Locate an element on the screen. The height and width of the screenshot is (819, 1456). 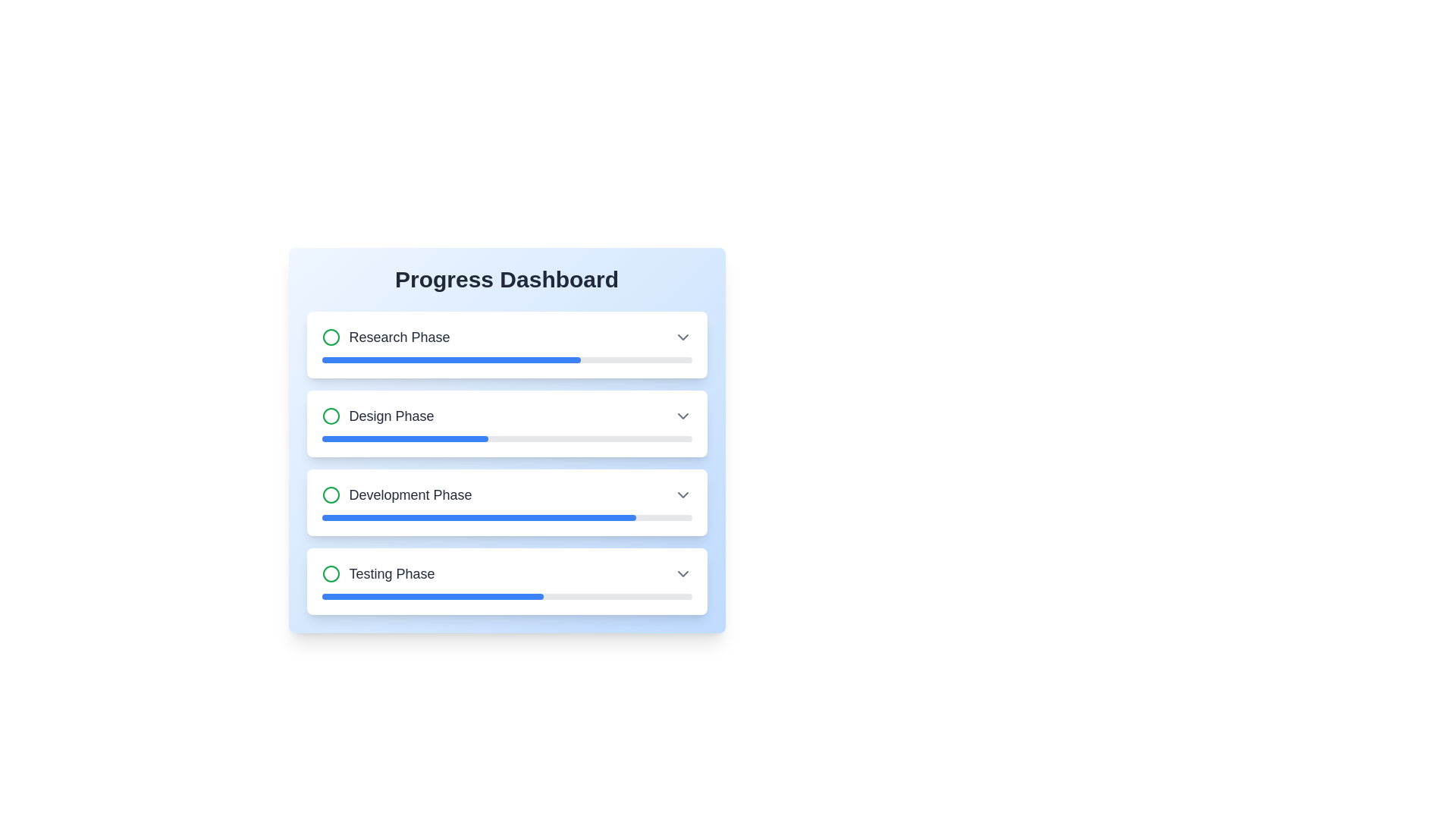
the blue-colored progress bar within the 'Testing Phase' section of the progress dashboard is located at coordinates (431, 595).